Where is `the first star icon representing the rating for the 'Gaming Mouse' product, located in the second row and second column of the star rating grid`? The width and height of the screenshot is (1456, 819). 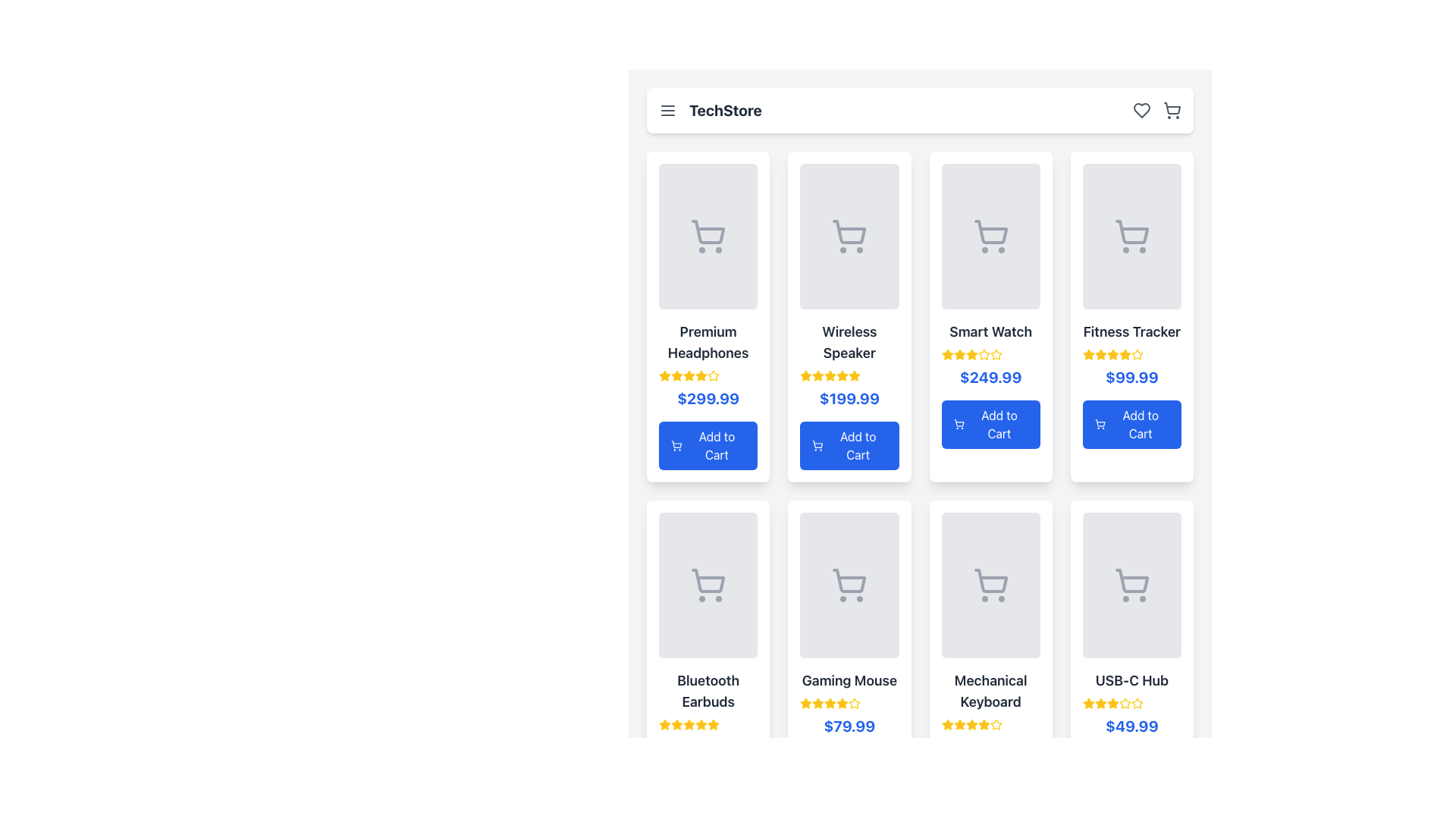 the first star icon representing the rating for the 'Gaming Mouse' product, located in the second row and second column of the star rating grid is located at coordinates (805, 704).